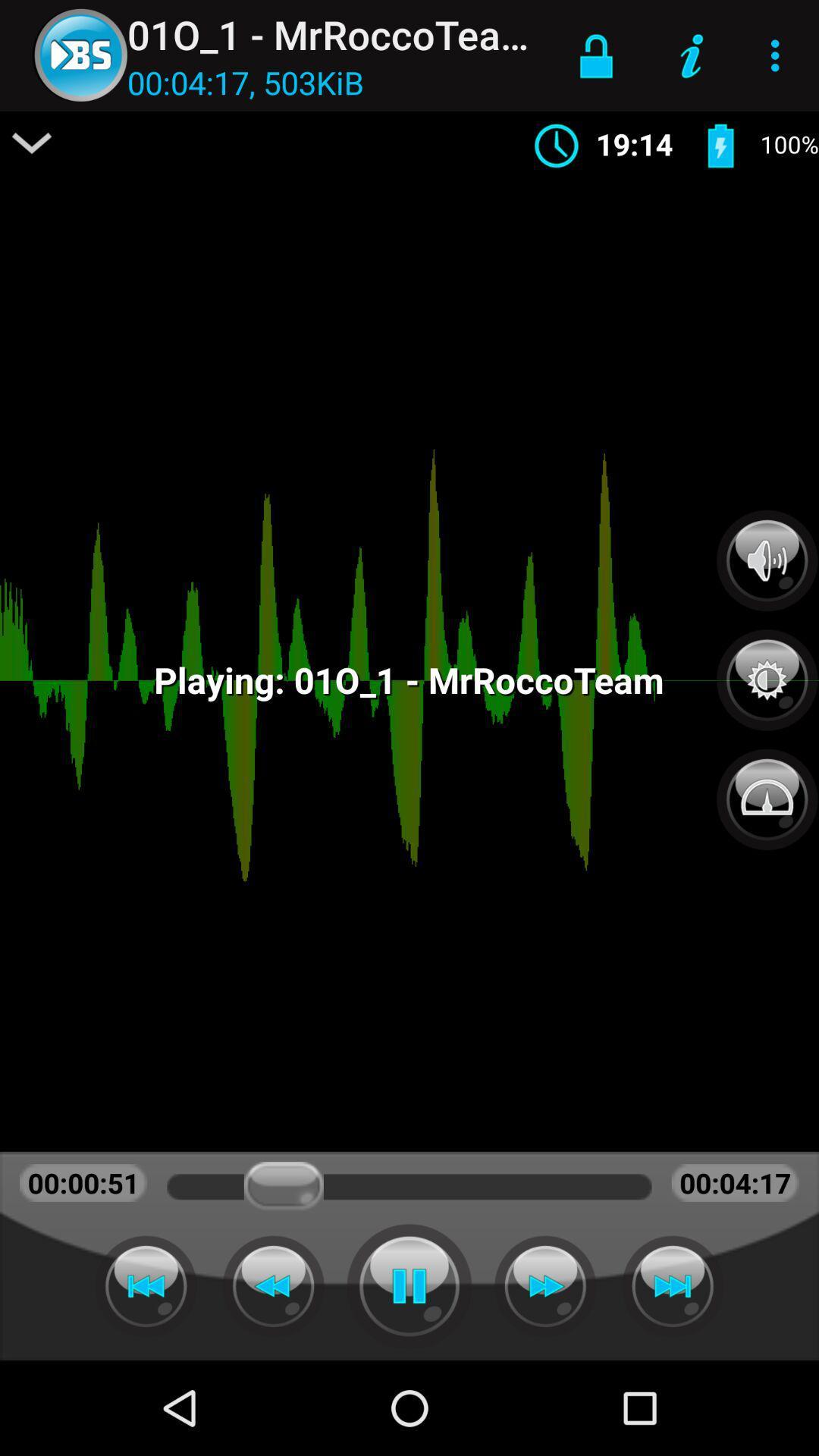 This screenshot has height=1456, width=819. Describe the element at coordinates (32, 143) in the screenshot. I see `app to the left of 00 04 17` at that location.